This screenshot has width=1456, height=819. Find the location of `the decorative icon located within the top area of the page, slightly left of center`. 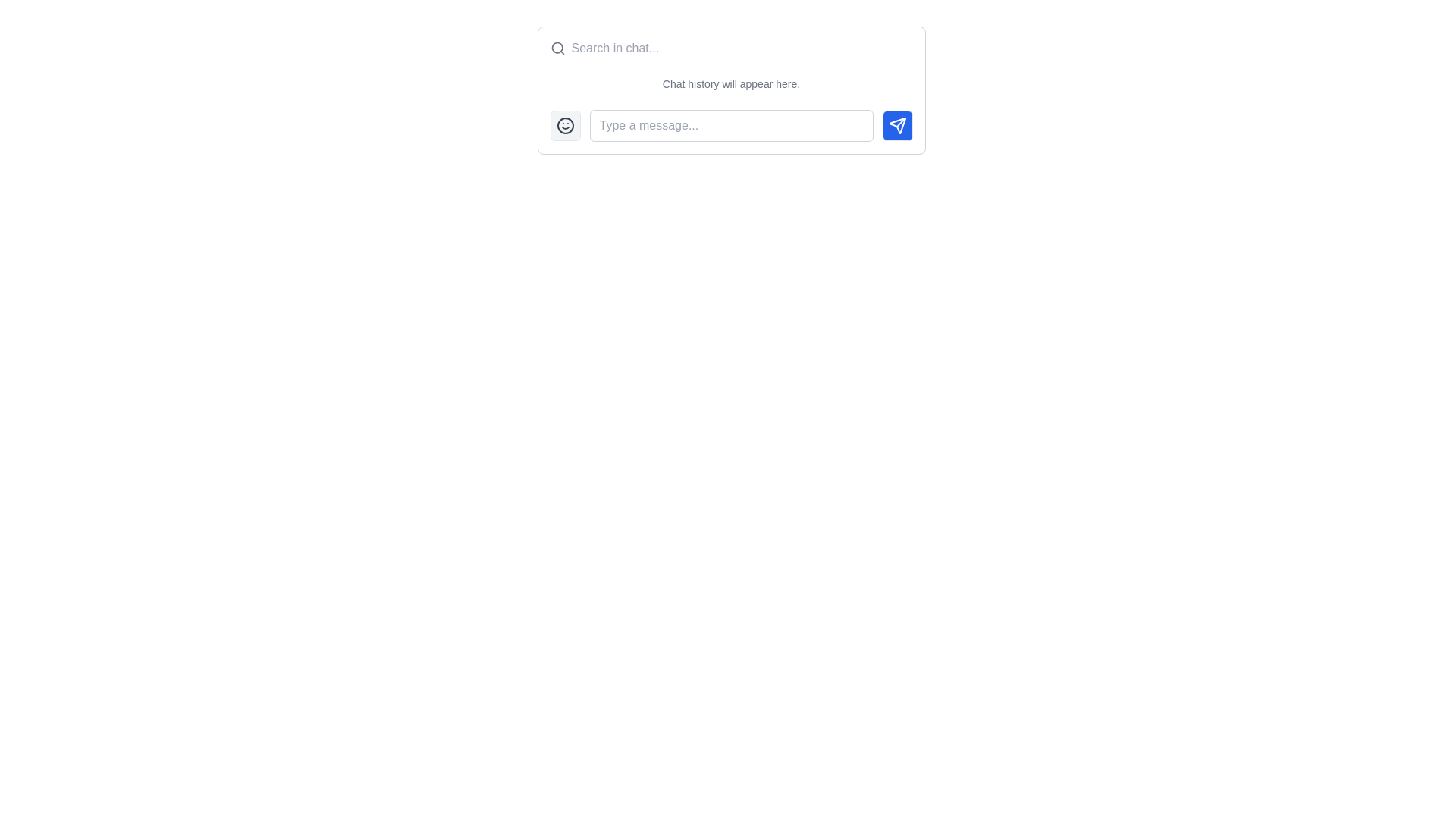

the decorative icon located within the top area of the page, slightly left of center is located at coordinates (564, 124).